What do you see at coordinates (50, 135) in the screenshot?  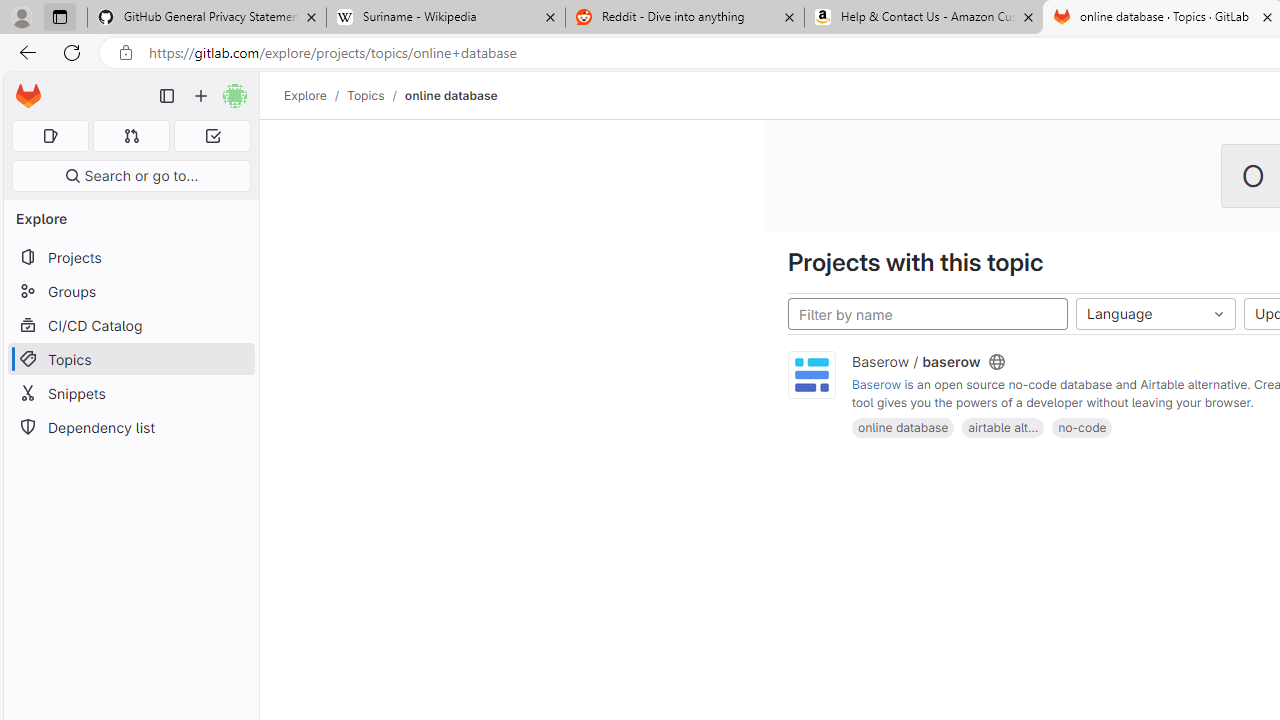 I see `'Assigned issues 0'` at bounding box center [50, 135].